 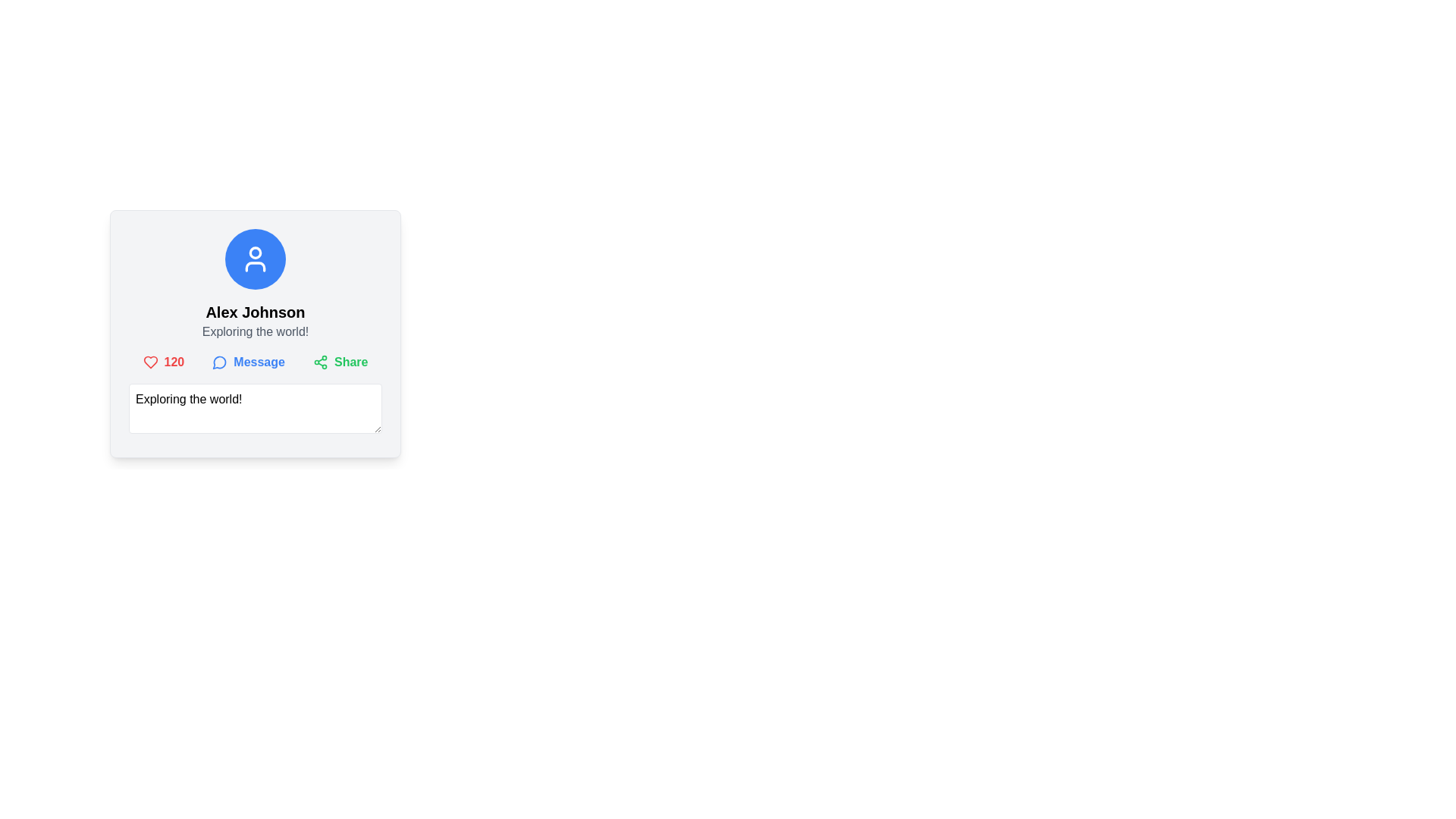 What do you see at coordinates (255, 259) in the screenshot?
I see `the Avatar or Profile Picture Placeholder located at the center top of the user profile card for quick actions` at bounding box center [255, 259].